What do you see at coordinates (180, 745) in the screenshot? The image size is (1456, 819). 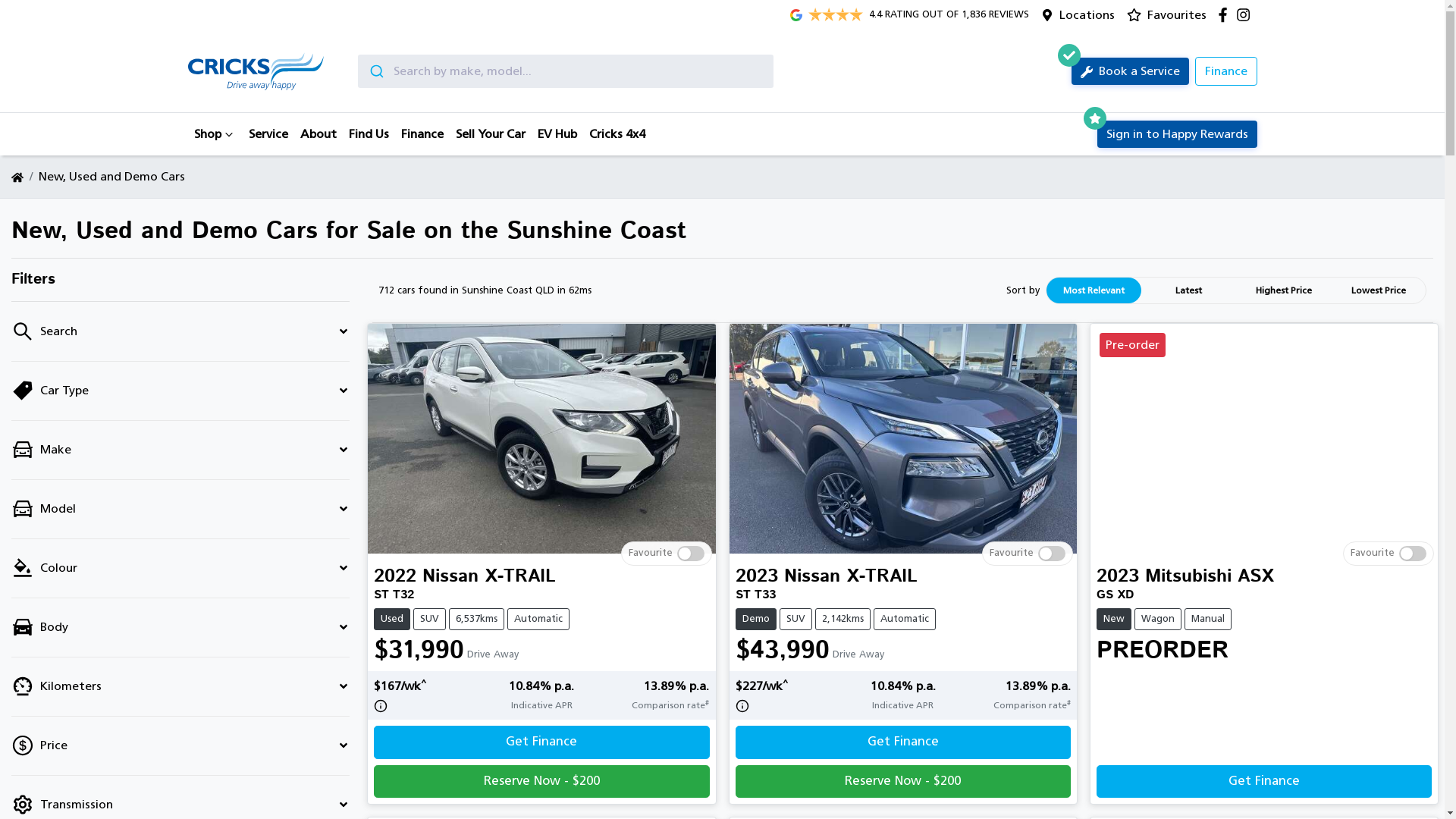 I see `'Price'` at bounding box center [180, 745].